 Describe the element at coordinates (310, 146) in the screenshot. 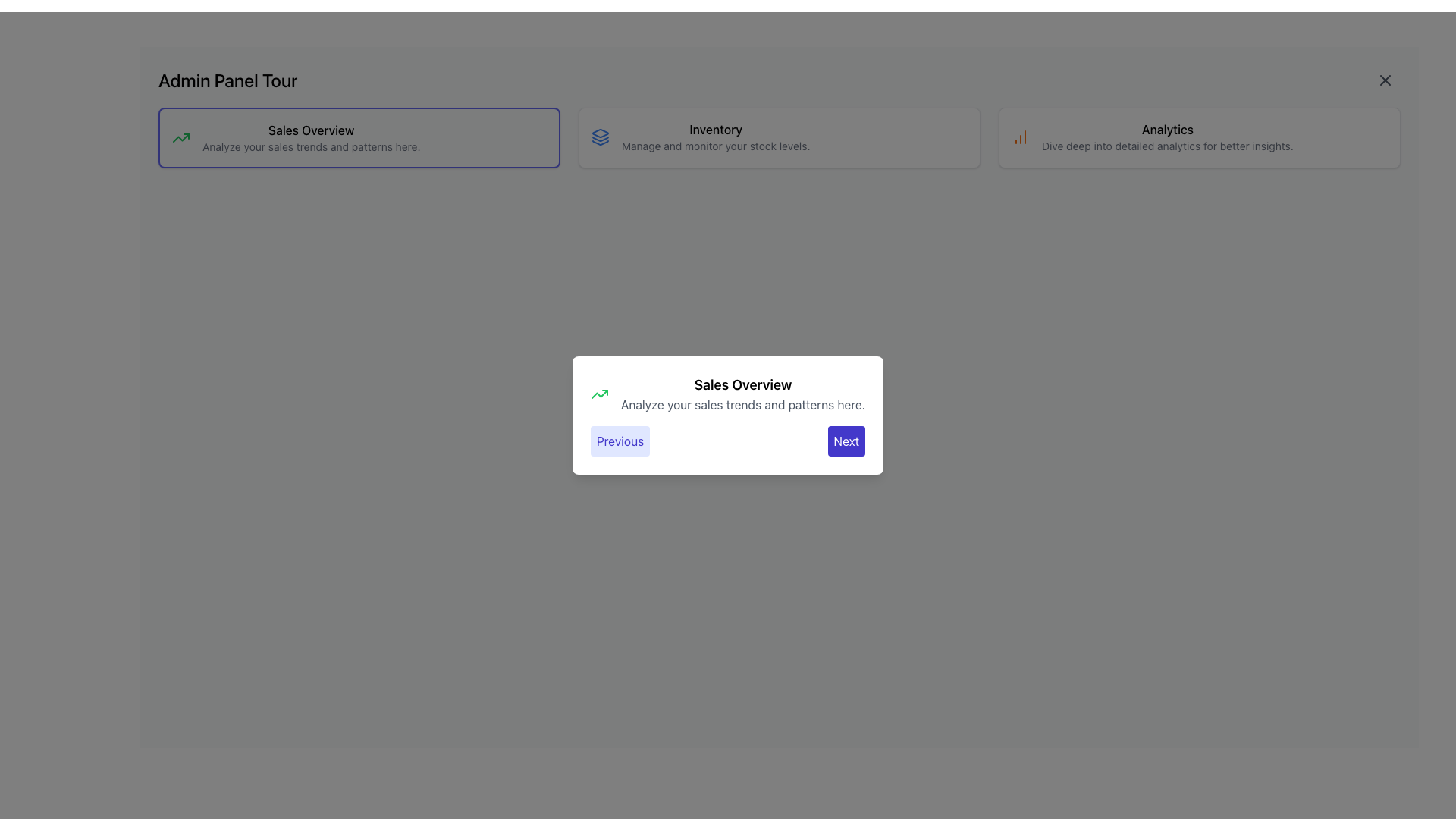

I see `the descriptive text label providing details about the 'Sales Overview' module, located below the heading 'Sales Overview'` at that location.